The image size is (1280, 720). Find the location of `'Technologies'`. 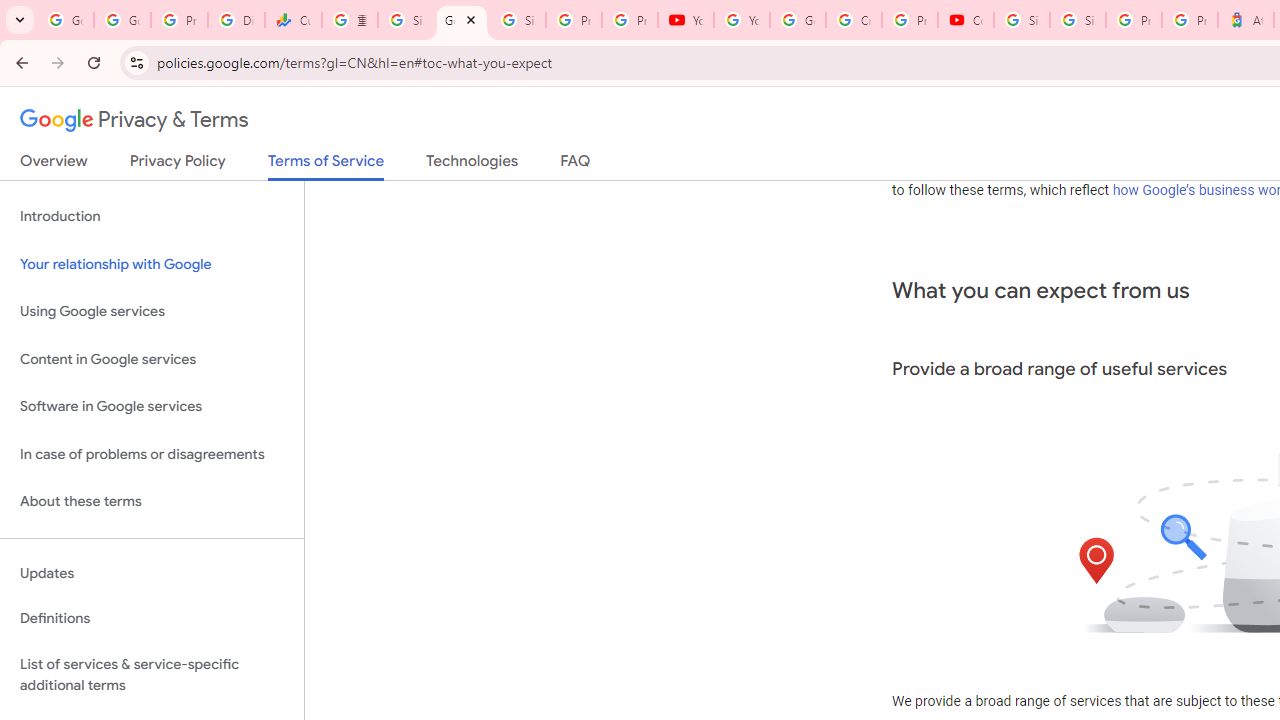

'Technologies' is located at coordinates (471, 164).